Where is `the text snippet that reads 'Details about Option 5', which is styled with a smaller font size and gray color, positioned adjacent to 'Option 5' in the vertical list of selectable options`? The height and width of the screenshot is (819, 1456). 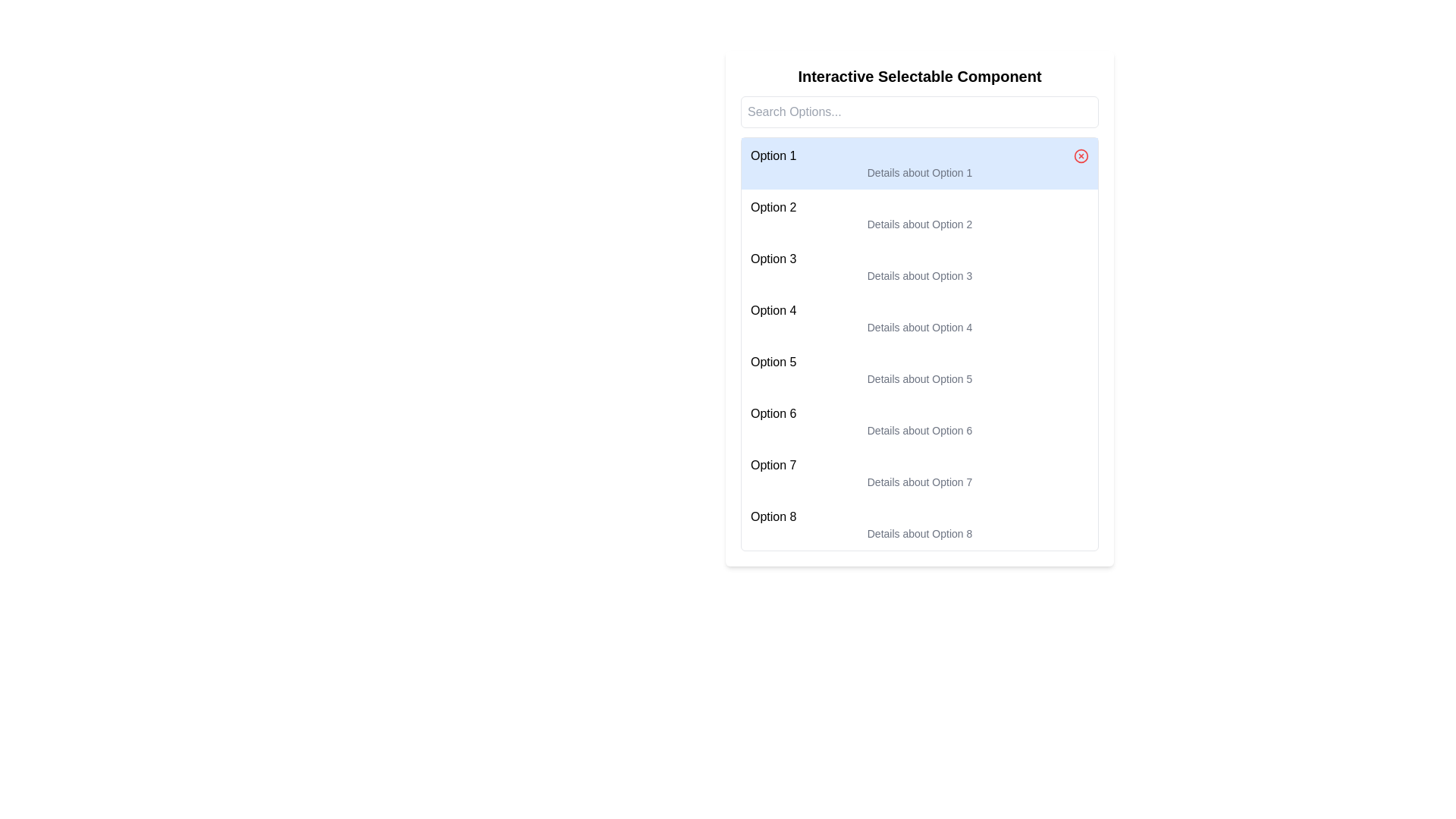
the text snippet that reads 'Details about Option 5', which is styled with a smaller font size and gray color, positioned adjacent to 'Option 5' in the vertical list of selectable options is located at coordinates (919, 378).